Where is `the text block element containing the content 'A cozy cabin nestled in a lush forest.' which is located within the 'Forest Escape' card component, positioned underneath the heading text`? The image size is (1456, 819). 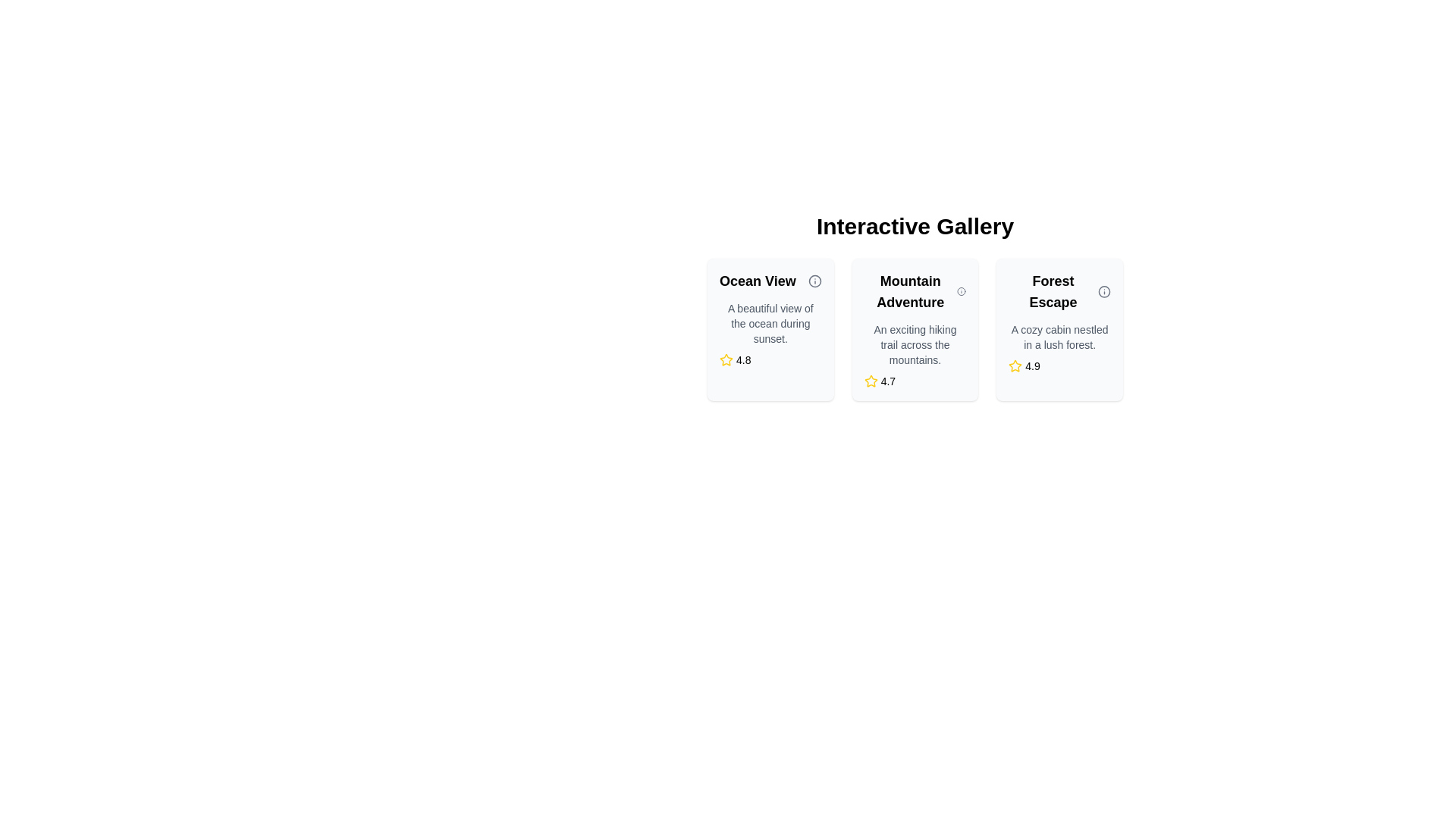 the text block element containing the content 'A cozy cabin nestled in a lush forest.' which is located within the 'Forest Escape' card component, positioned underneath the heading text is located at coordinates (1059, 336).